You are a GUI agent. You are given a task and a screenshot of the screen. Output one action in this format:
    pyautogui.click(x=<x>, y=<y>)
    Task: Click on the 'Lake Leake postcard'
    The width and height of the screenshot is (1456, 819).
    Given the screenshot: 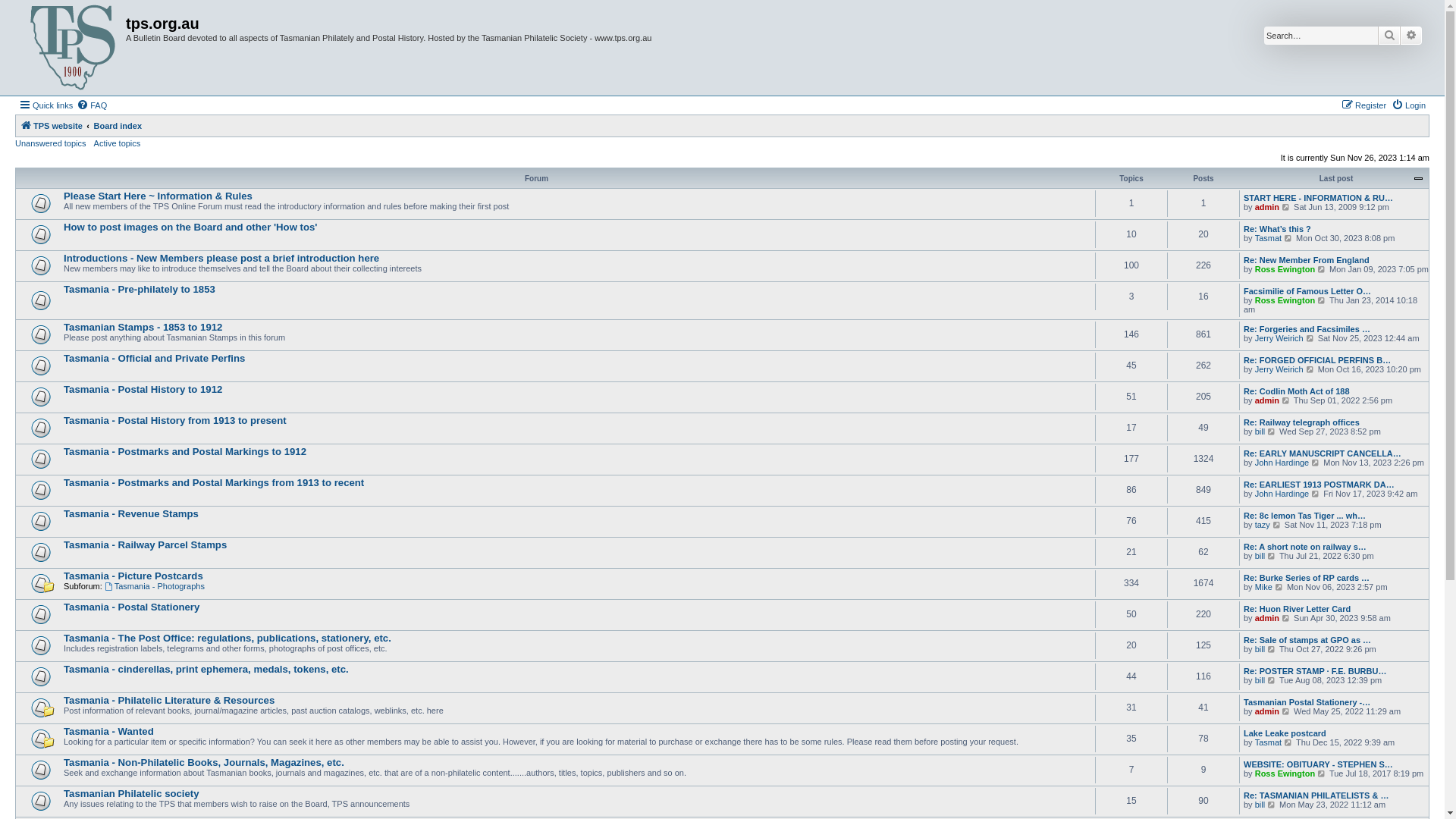 What is the action you would take?
    pyautogui.click(x=1284, y=733)
    